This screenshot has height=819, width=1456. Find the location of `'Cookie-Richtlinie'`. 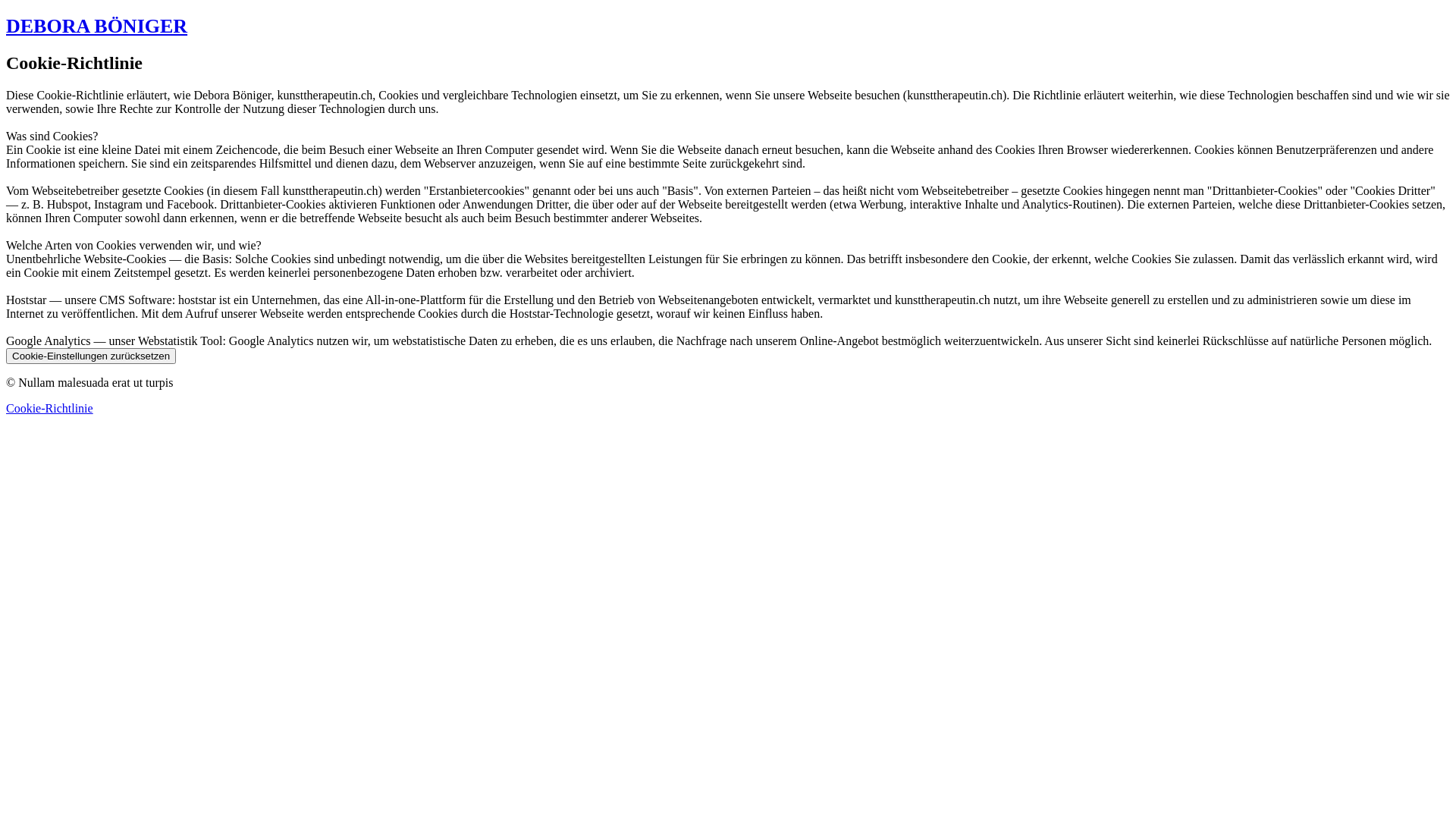

'Cookie-Richtlinie' is located at coordinates (49, 407).